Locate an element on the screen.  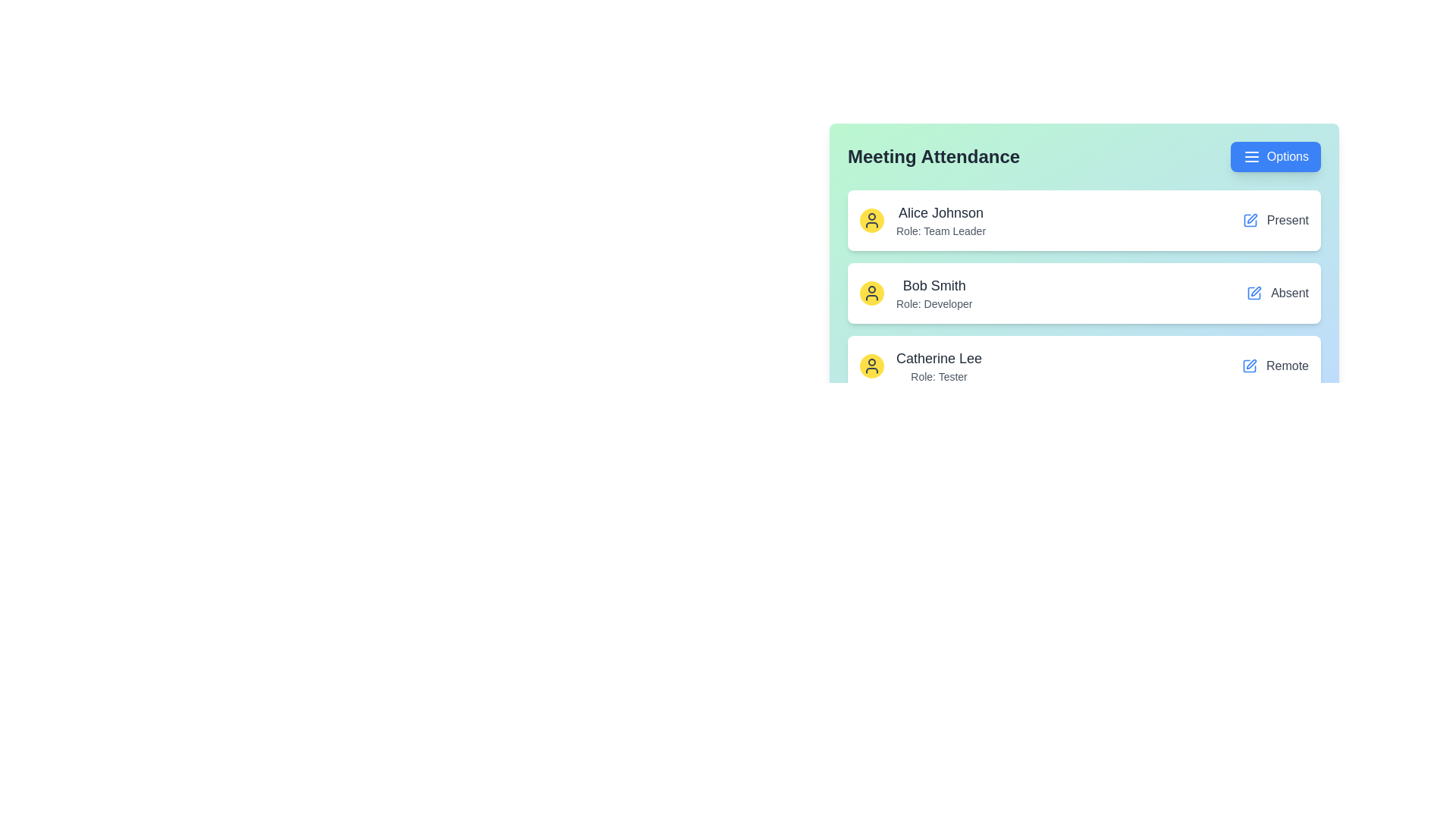
the attendance status text label in the topmost row of the Meeting Attendance section, which is horizontally aligned with the edit icon to its left is located at coordinates (1287, 220).